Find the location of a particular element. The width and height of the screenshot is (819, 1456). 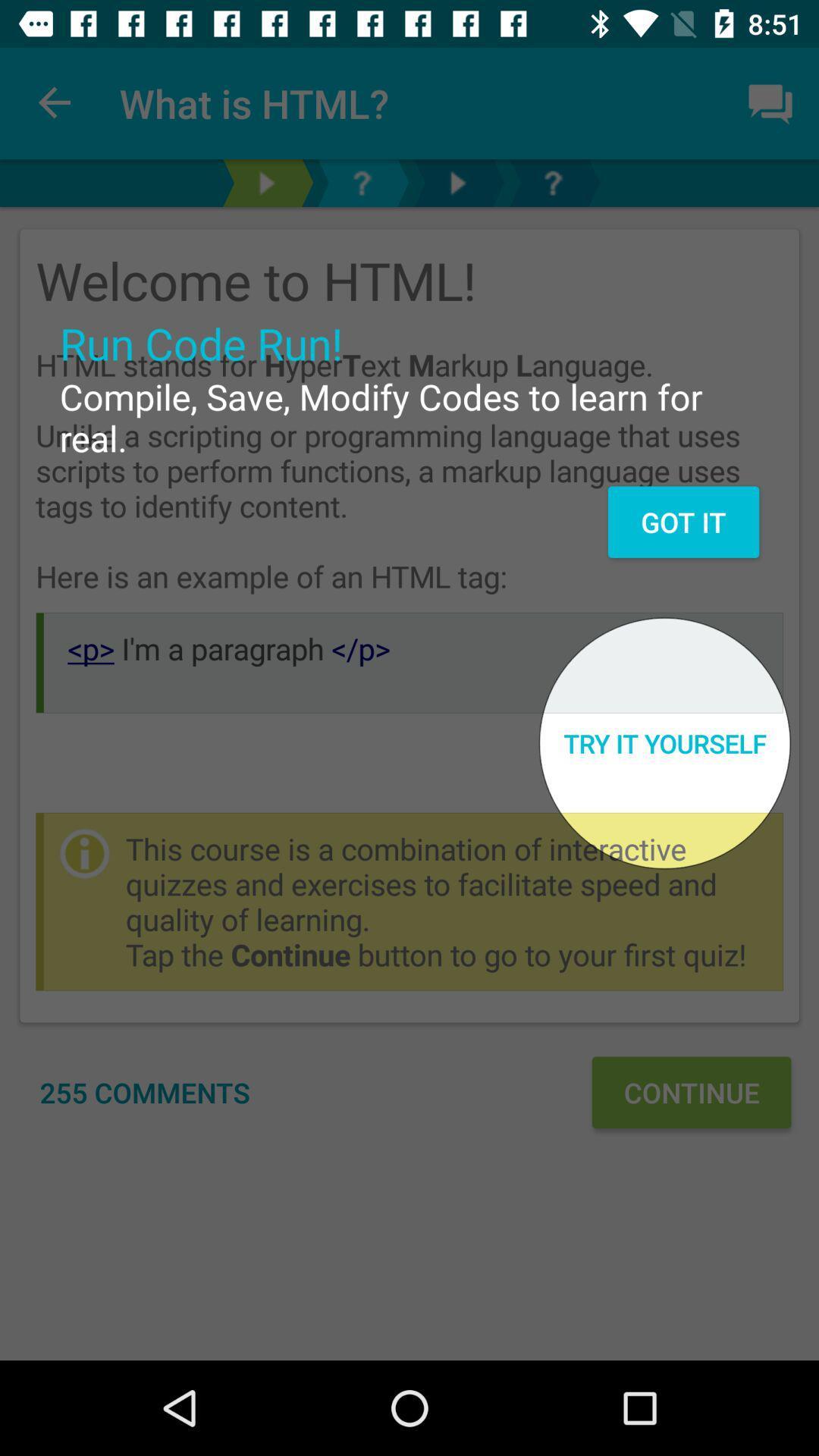

all in one app help icon is located at coordinates (553, 182).